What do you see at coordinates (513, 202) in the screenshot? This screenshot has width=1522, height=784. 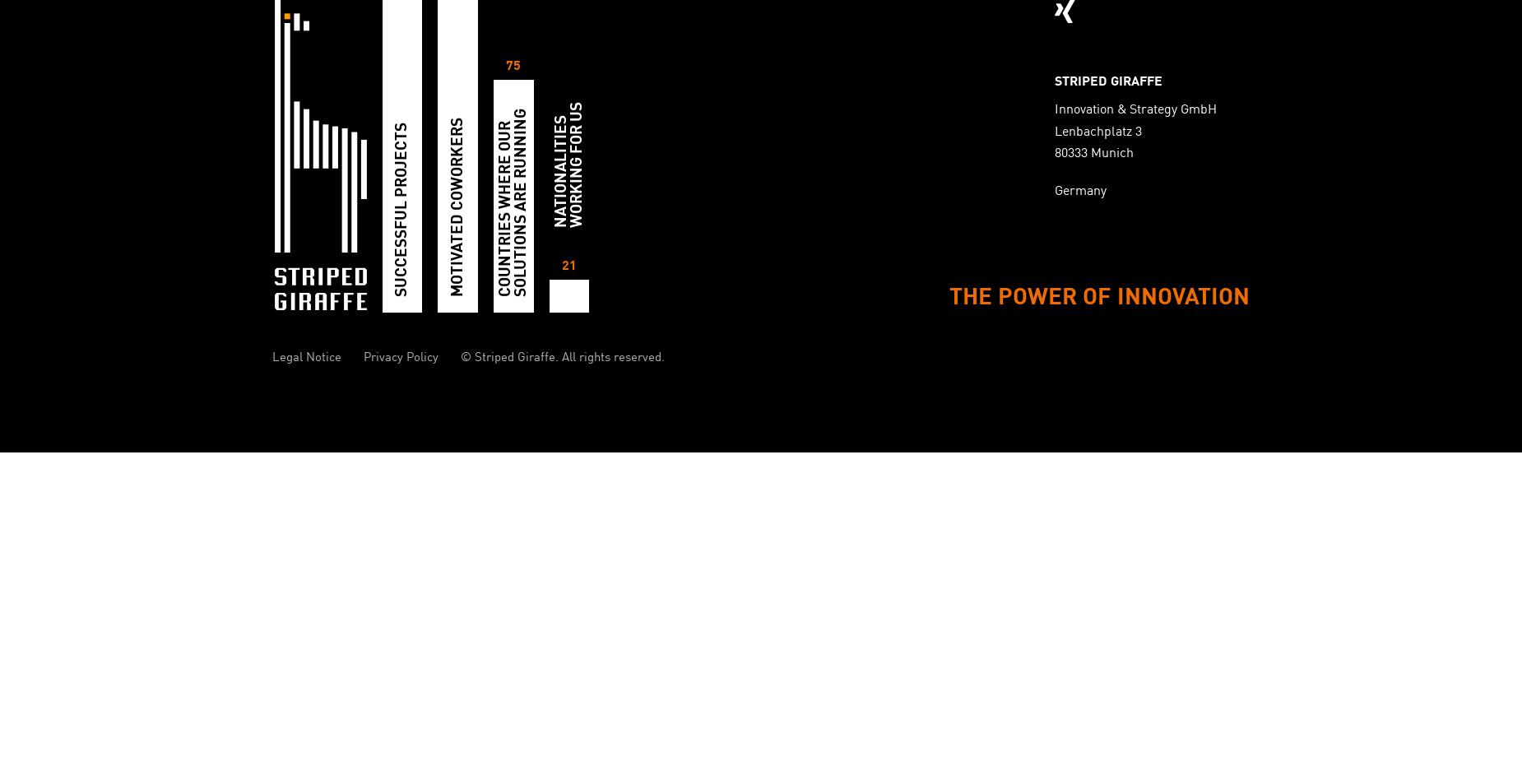 I see `'solutions are running'` at bounding box center [513, 202].